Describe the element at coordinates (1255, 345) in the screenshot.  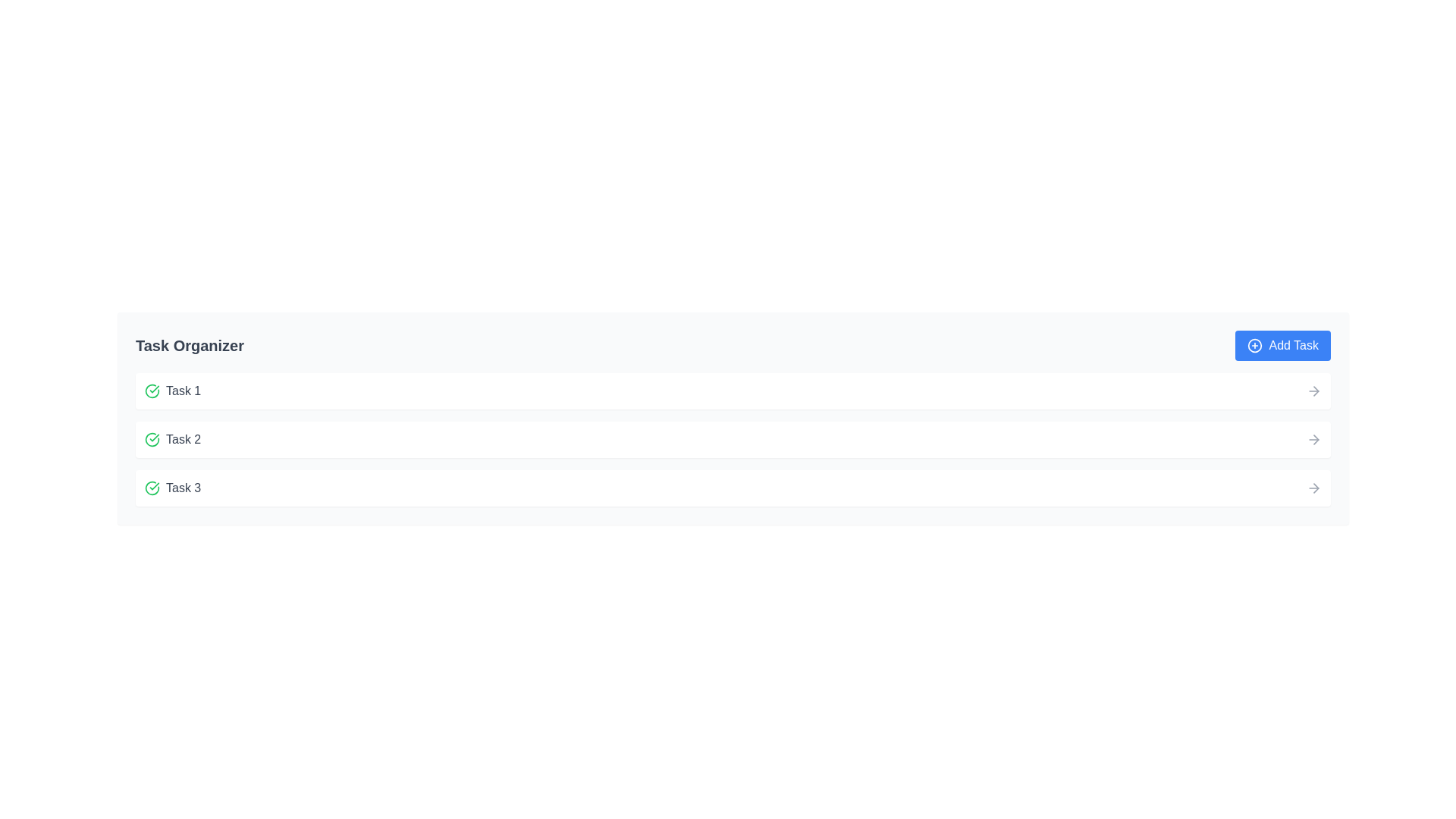
I see `the circular part of the '+' icon located on the left side of the 'Add Task' button in the top right corner` at that location.